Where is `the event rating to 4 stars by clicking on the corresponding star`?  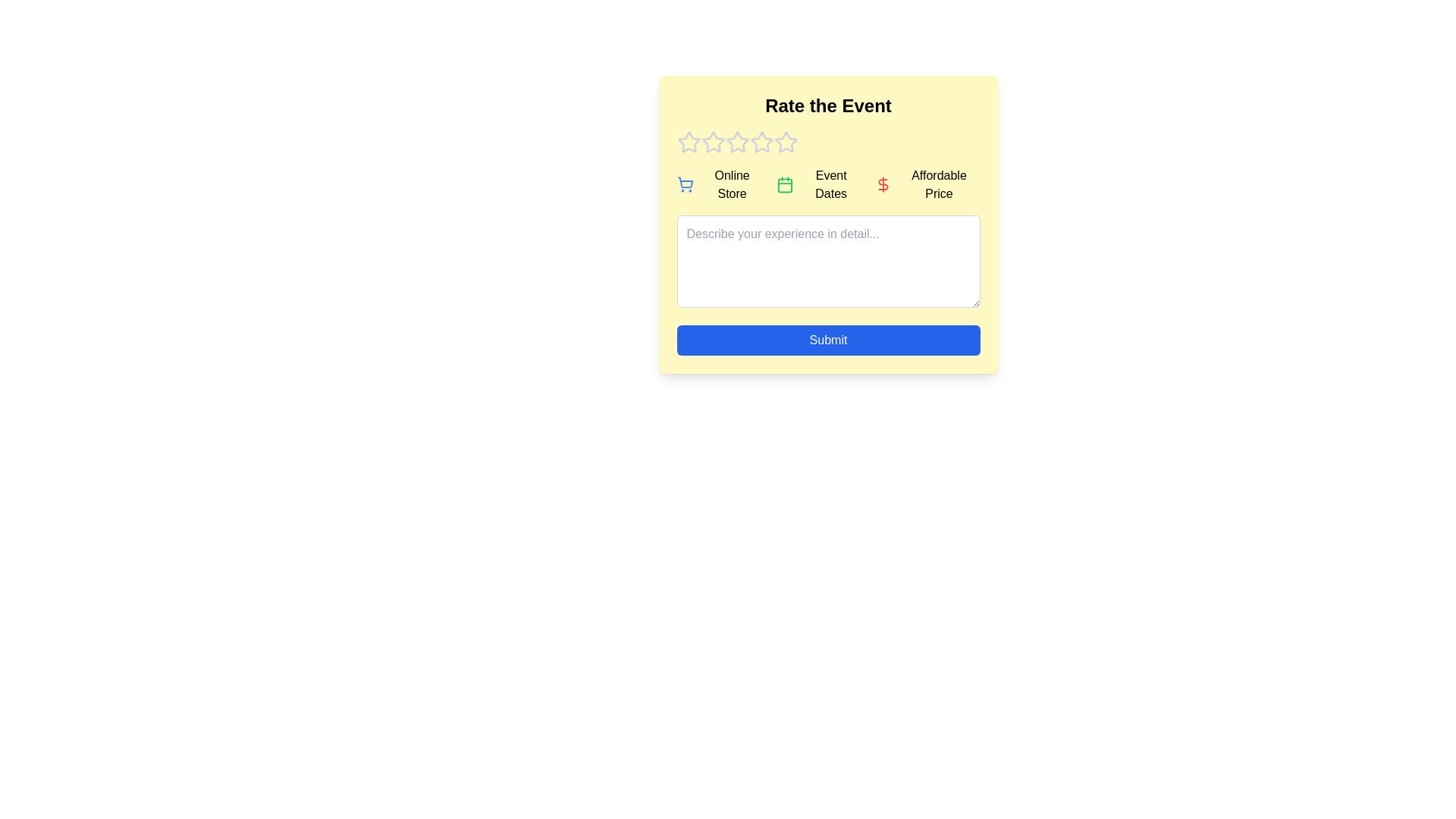
the event rating to 4 stars by clicking on the corresponding star is located at coordinates (761, 143).